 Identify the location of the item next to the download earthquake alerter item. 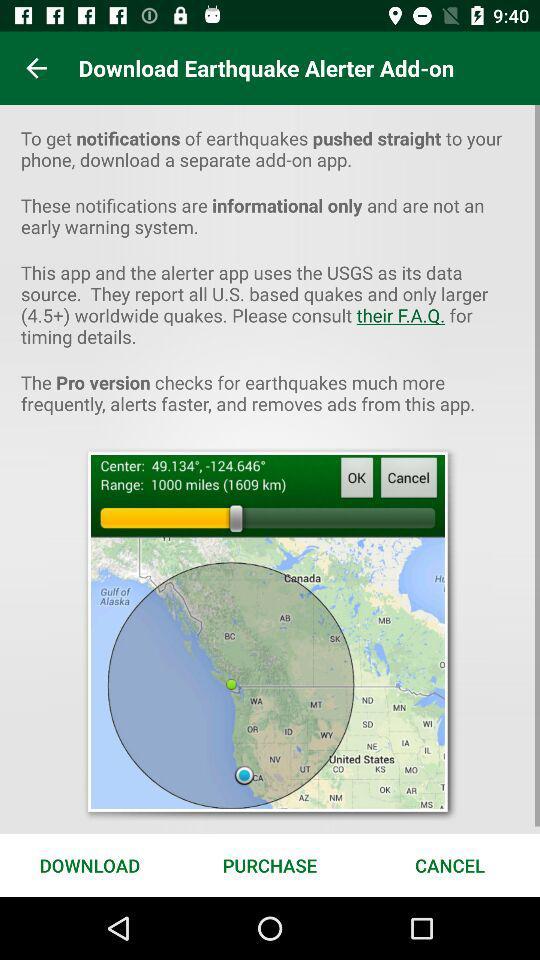
(36, 68).